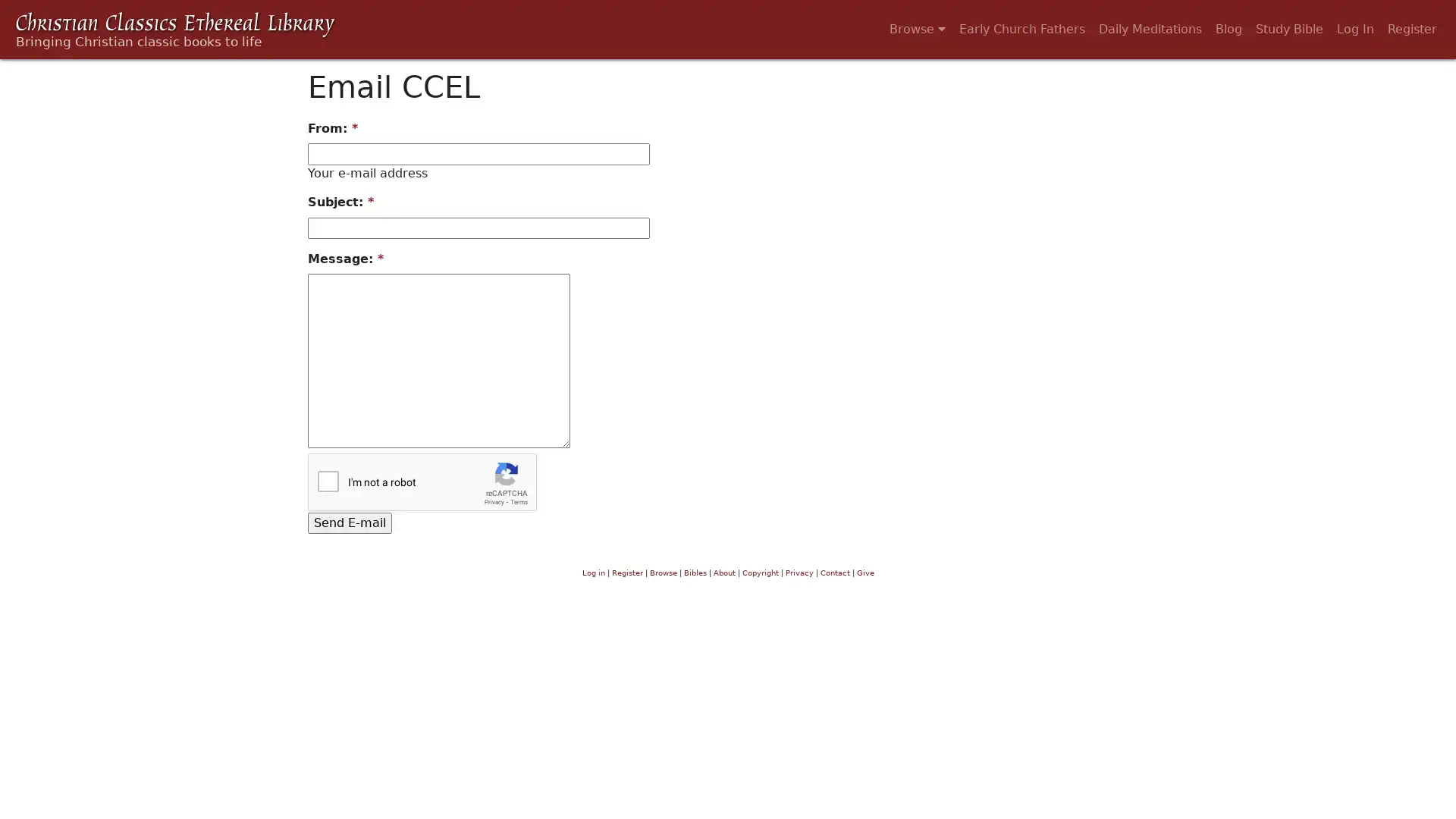  I want to click on Register, so click(1411, 29).